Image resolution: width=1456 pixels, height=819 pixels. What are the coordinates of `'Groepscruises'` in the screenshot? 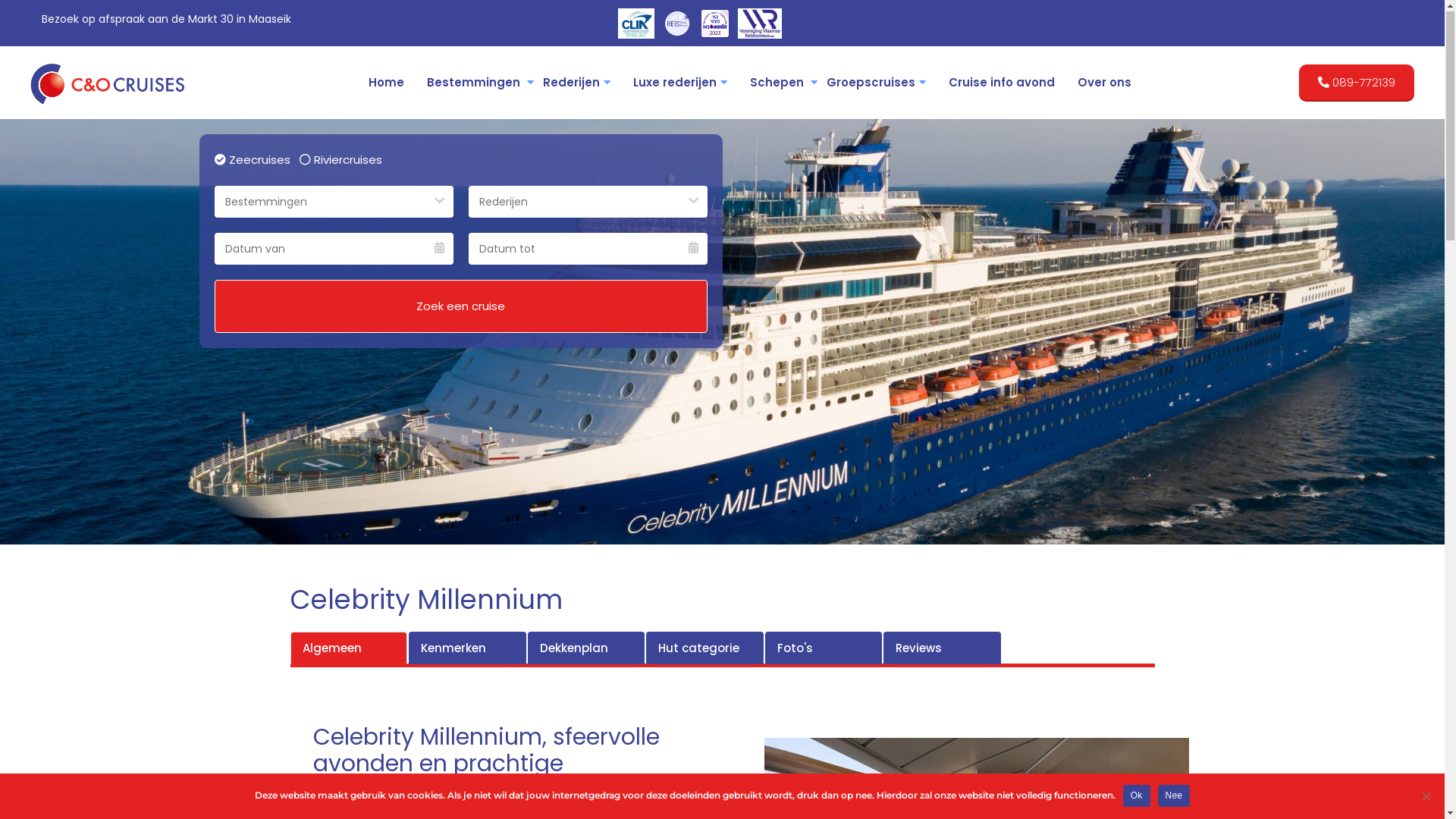 It's located at (814, 83).